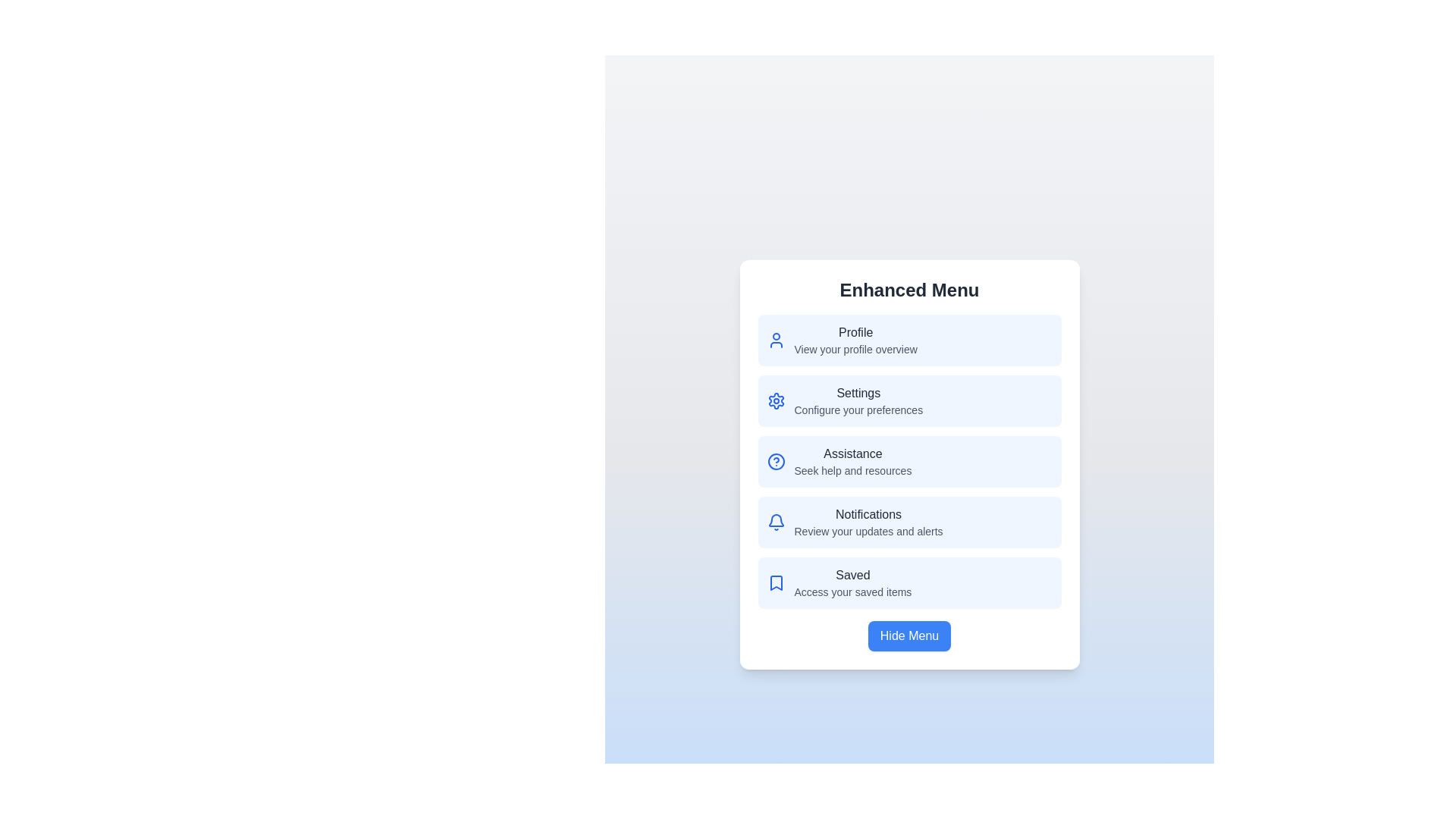 This screenshot has width=1456, height=819. What do you see at coordinates (909, 461) in the screenshot?
I see `the menu option Assistance to view its details` at bounding box center [909, 461].